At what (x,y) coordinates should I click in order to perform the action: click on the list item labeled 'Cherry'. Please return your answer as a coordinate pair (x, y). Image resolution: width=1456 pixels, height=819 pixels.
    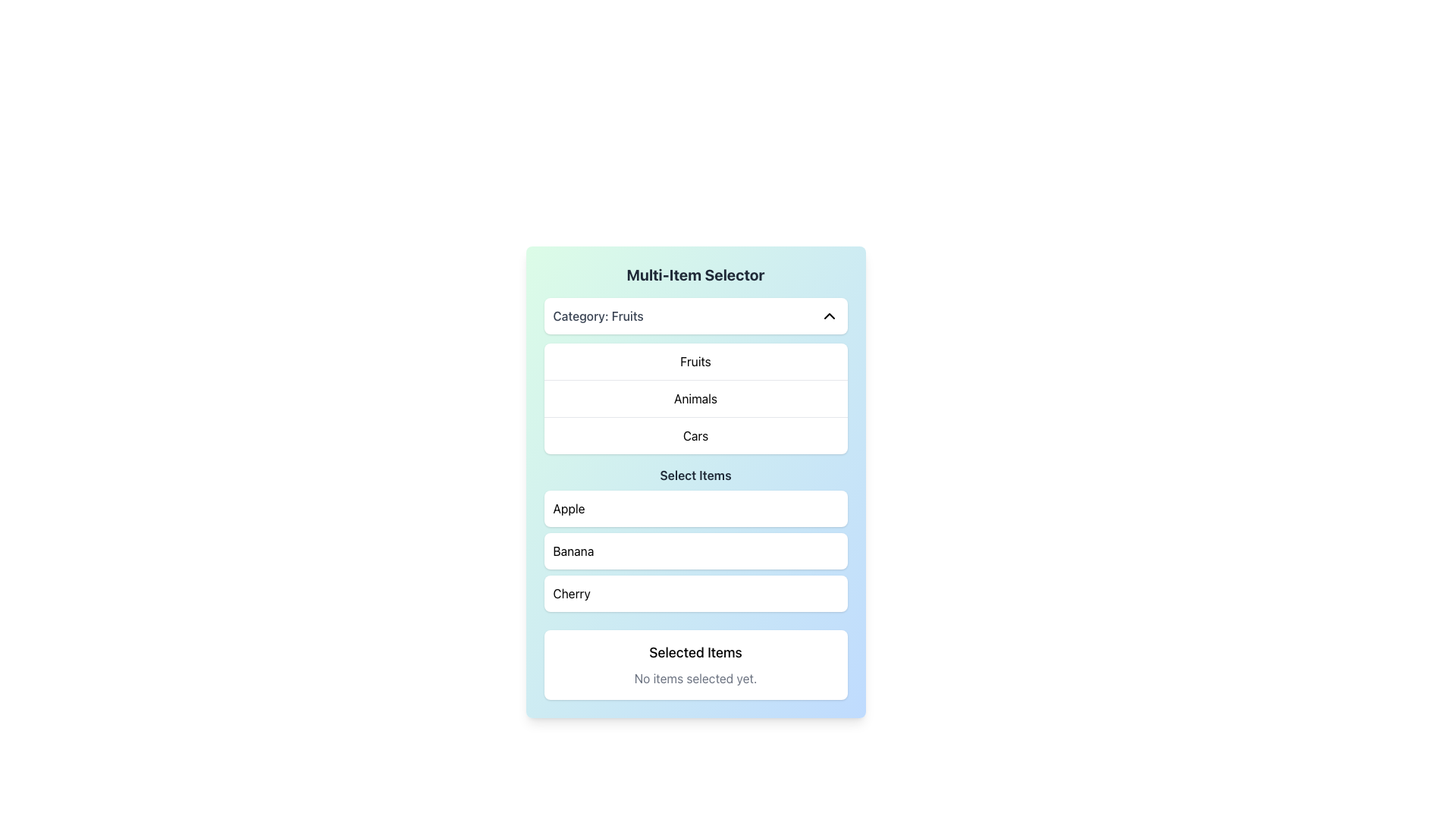
    Looking at the image, I should click on (695, 593).